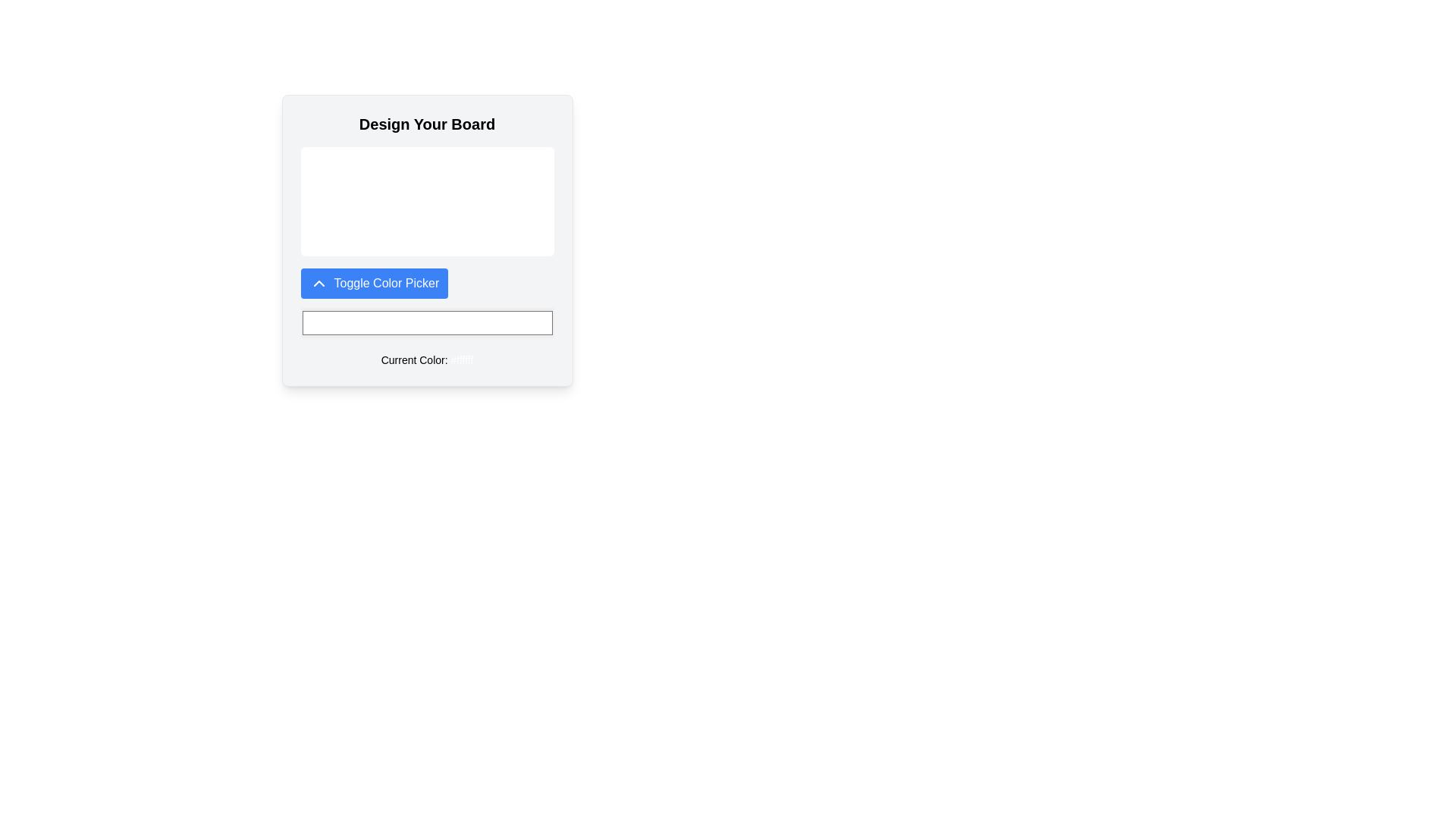 Image resolution: width=1456 pixels, height=819 pixels. I want to click on the text label reading 'Toggle Color Picker', which is displayed in white on a blue rectangular background with rounded corners, so click(386, 284).